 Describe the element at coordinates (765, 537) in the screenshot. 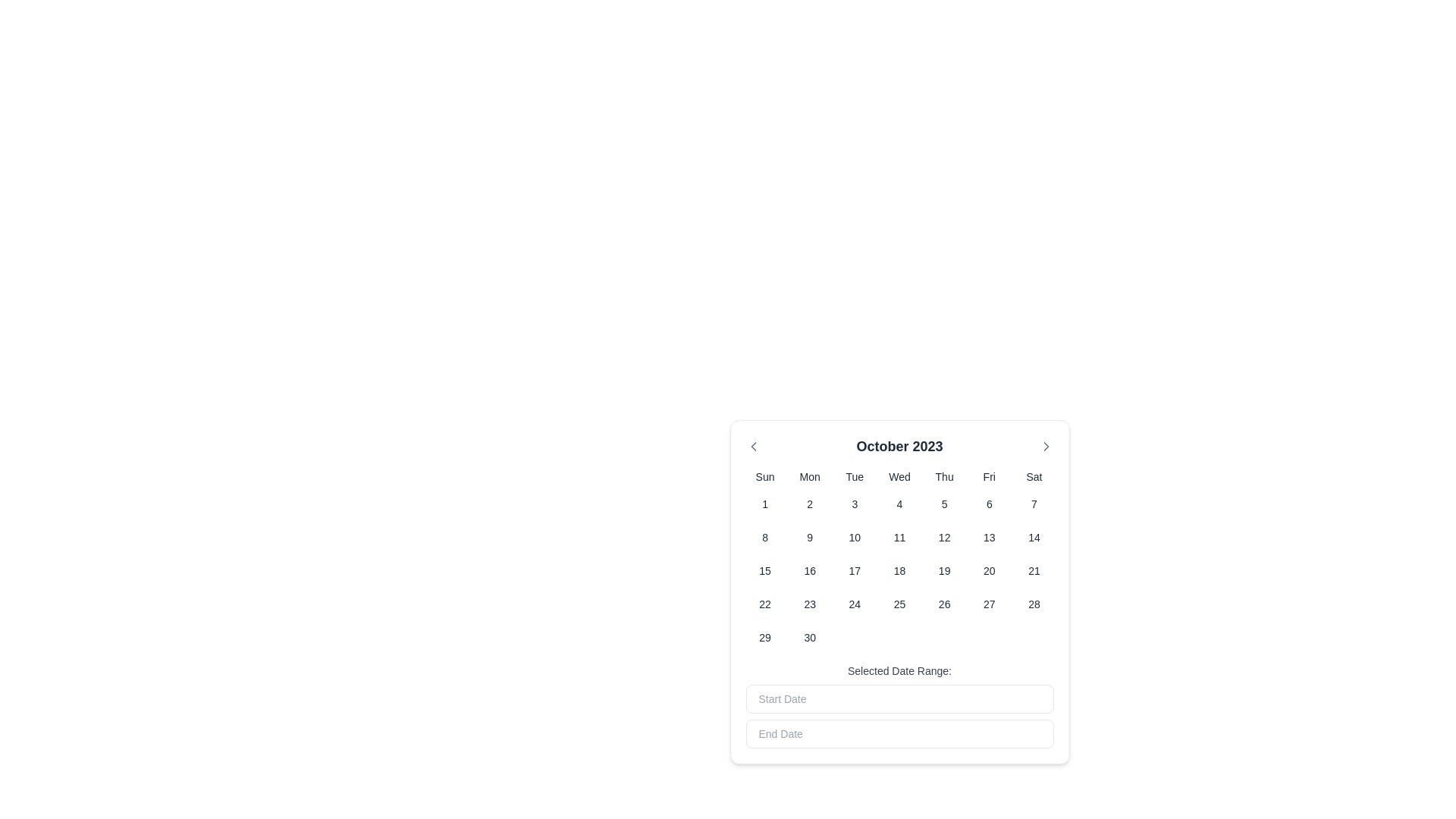

I see `the rounded rectangle button displaying the number '8'` at that location.